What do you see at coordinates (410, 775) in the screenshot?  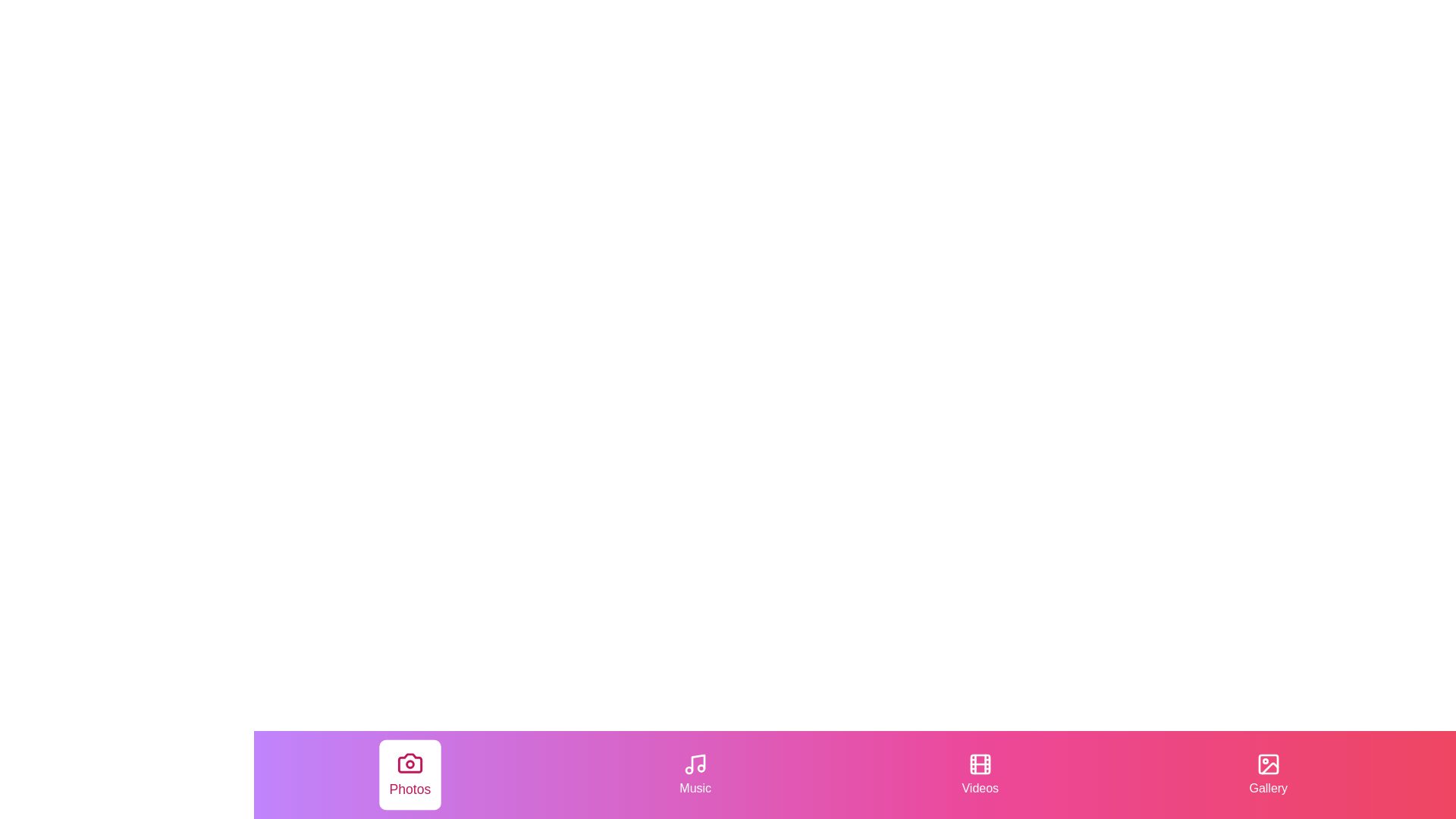 I see `the Photos tab to observe its hover effect` at bounding box center [410, 775].